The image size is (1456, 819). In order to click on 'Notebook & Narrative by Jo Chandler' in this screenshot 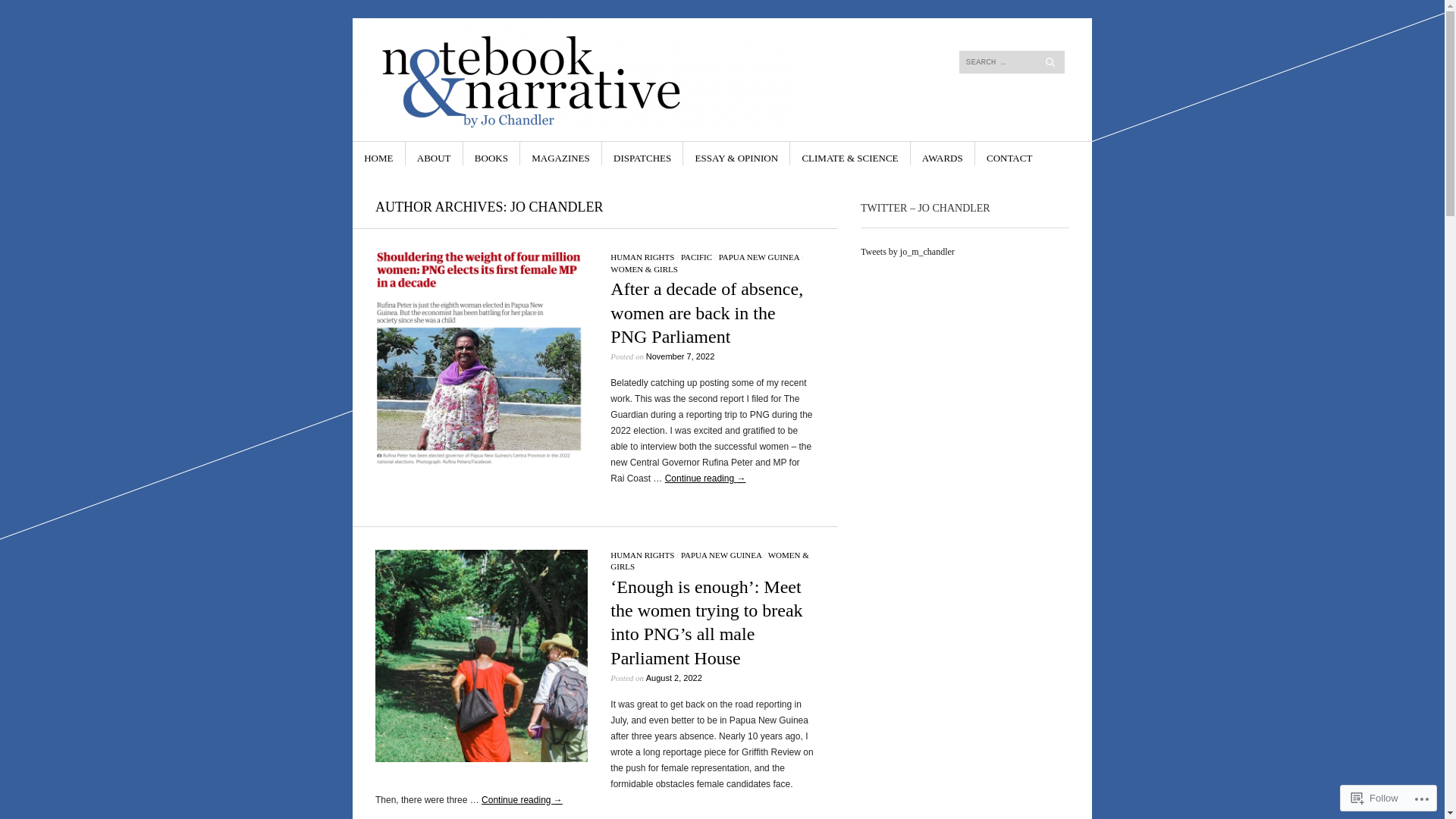, I will do `click(607, 75)`.